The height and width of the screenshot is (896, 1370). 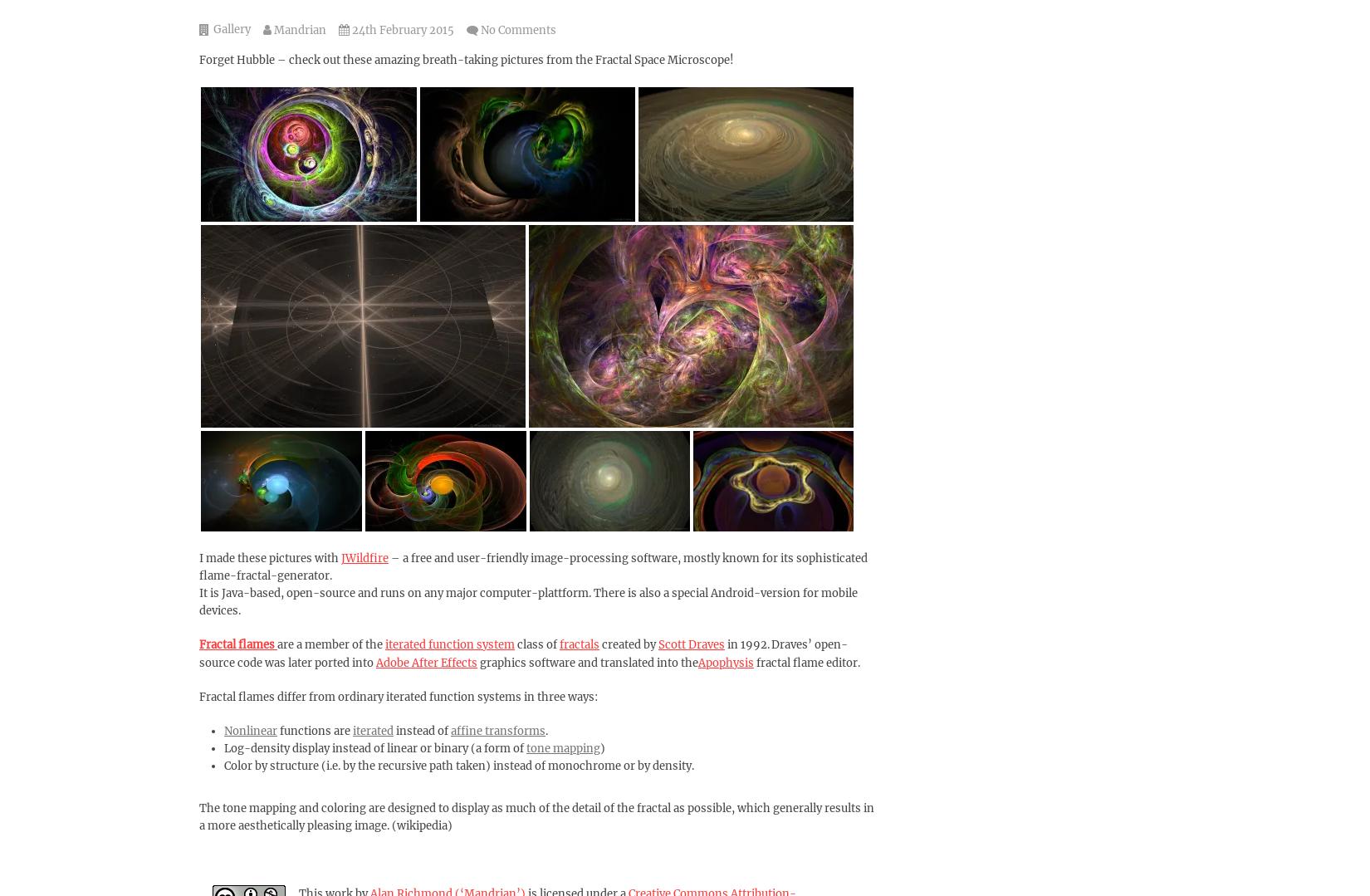 I want to click on 'Apophysis', so click(x=698, y=662).